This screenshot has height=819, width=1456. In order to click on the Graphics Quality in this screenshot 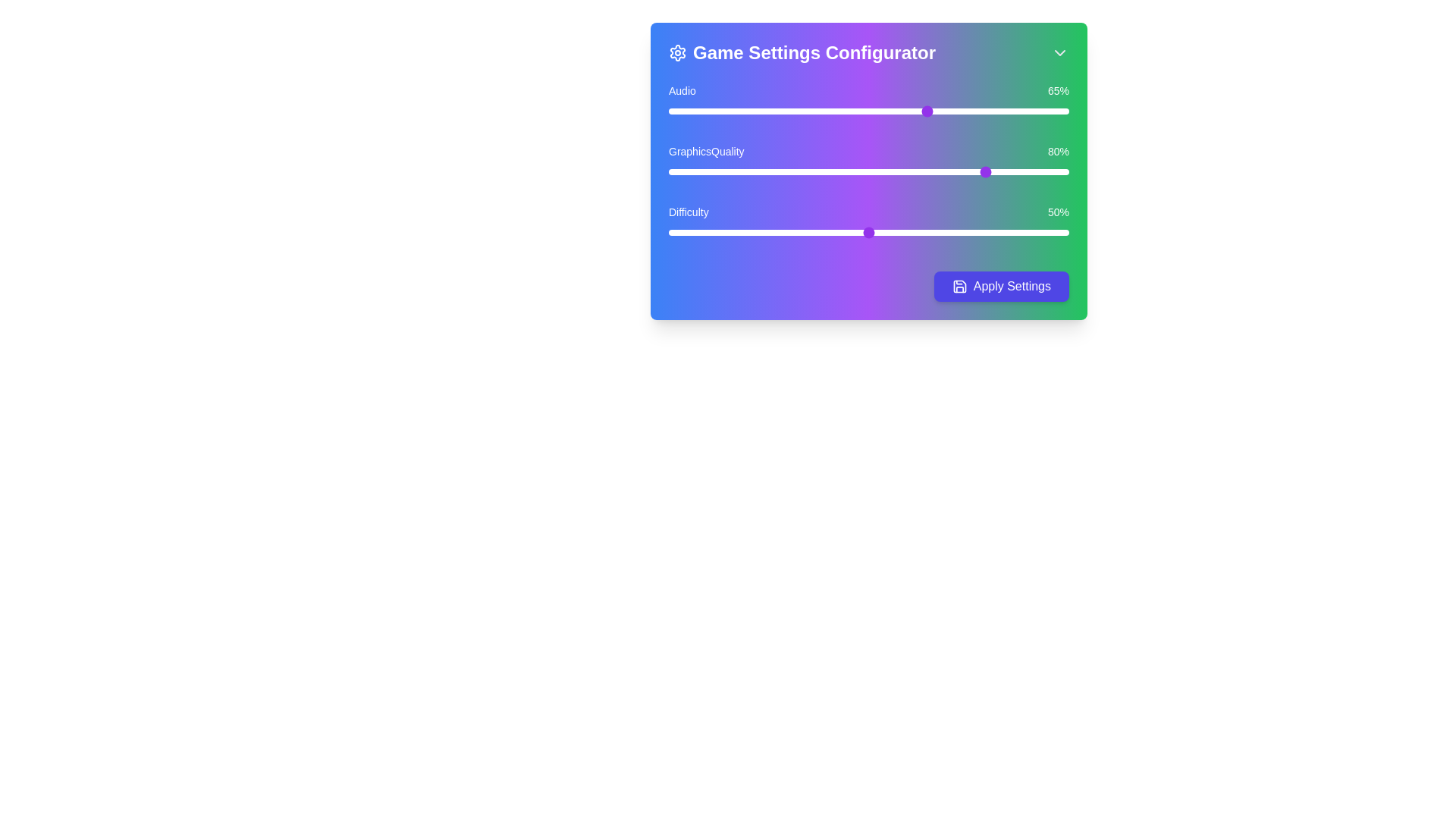, I will do `click(792, 171)`.